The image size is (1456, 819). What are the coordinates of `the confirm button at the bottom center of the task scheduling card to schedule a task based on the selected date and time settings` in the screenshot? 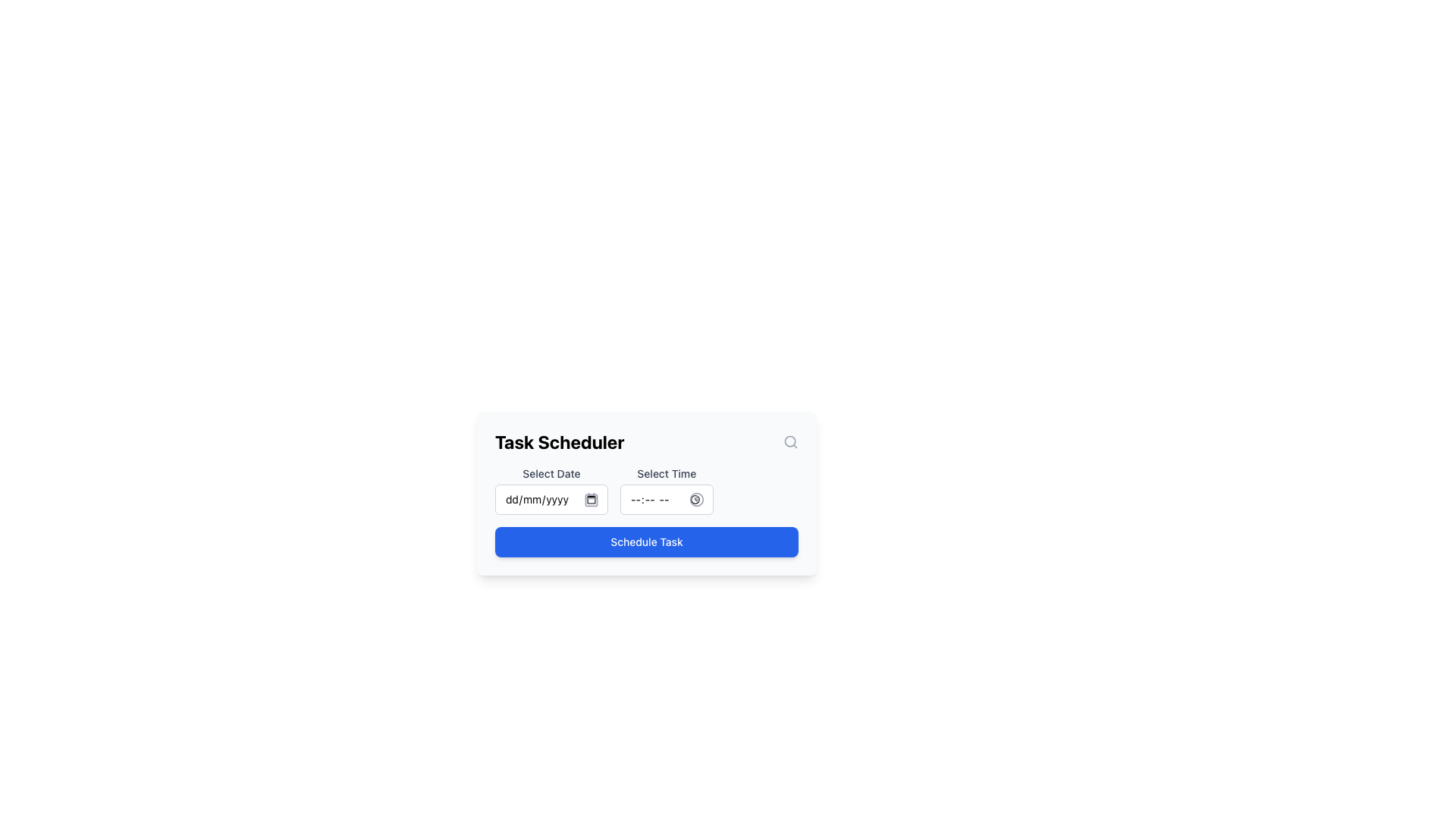 It's located at (647, 551).